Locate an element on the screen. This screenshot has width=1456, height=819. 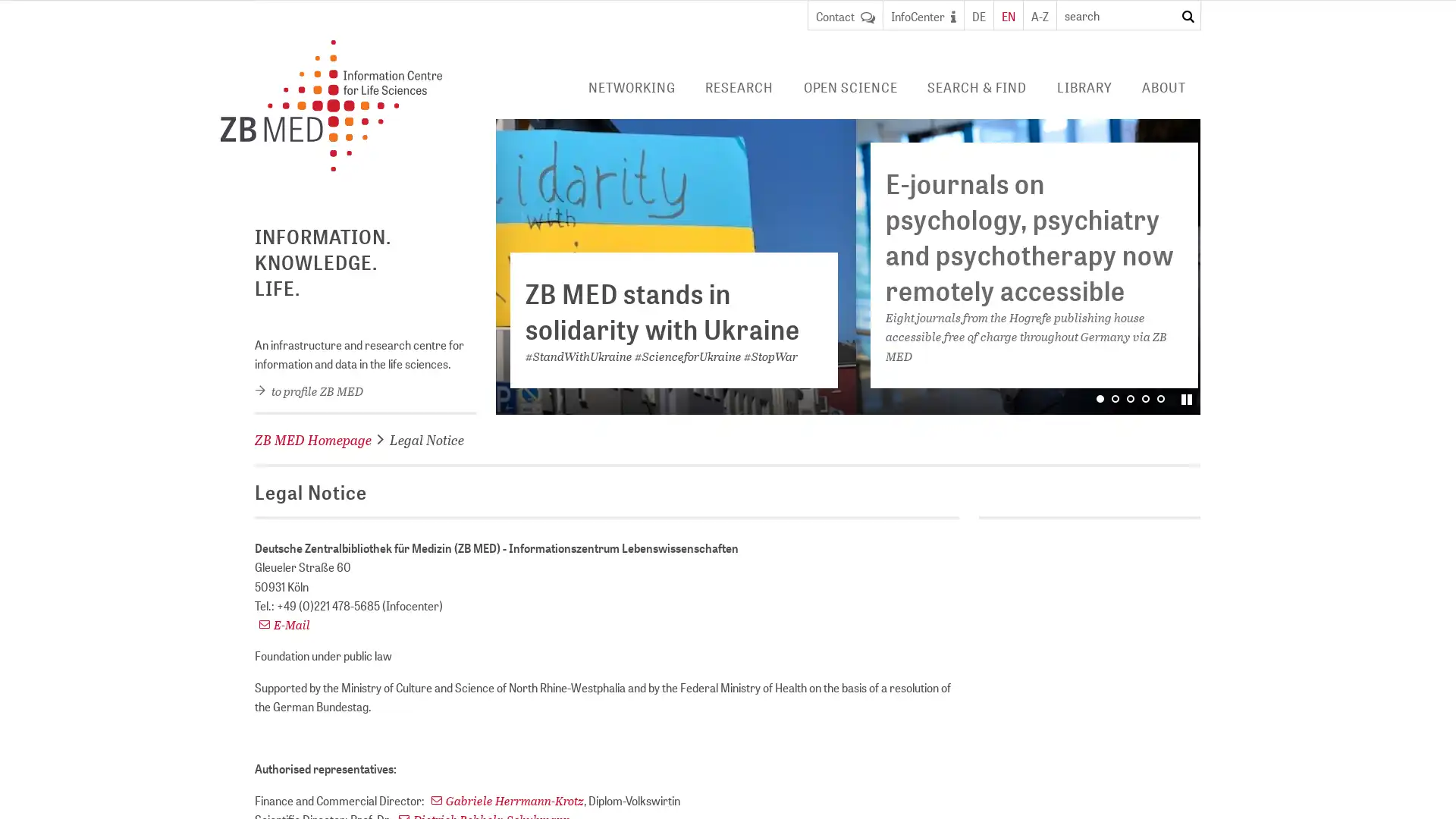
3 is located at coordinates (1185, 399).